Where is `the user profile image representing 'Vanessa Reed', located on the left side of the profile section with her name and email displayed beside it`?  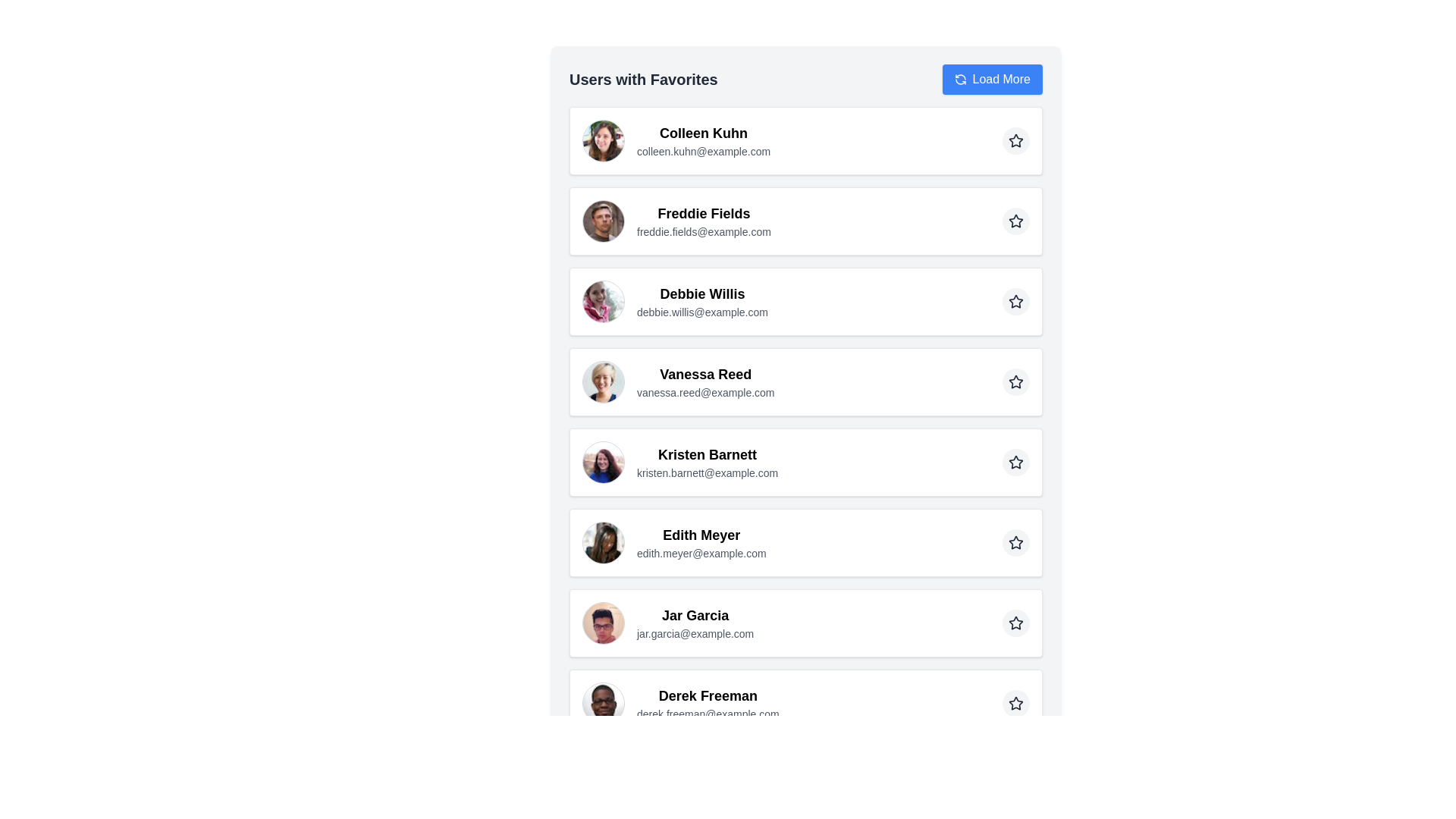
the user profile image representing 'Vanessa Reed', located on the left side of the profile section with her name and email displayed beside it is located at coordinates (603, 381).